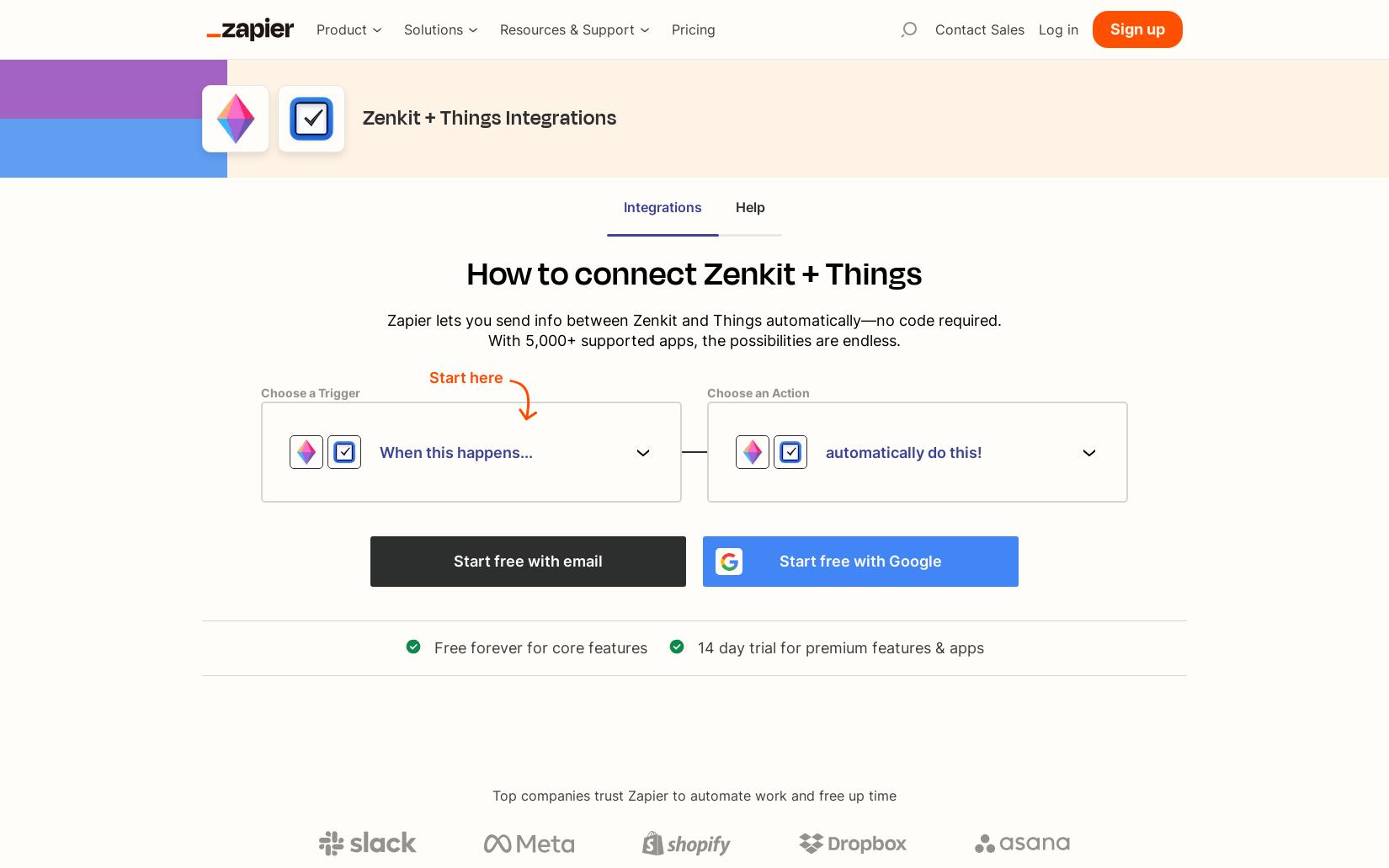 This screenshot has height=868, width=1389. I want to click on 'Zenkit + Things Integrations', so click(488, 115).